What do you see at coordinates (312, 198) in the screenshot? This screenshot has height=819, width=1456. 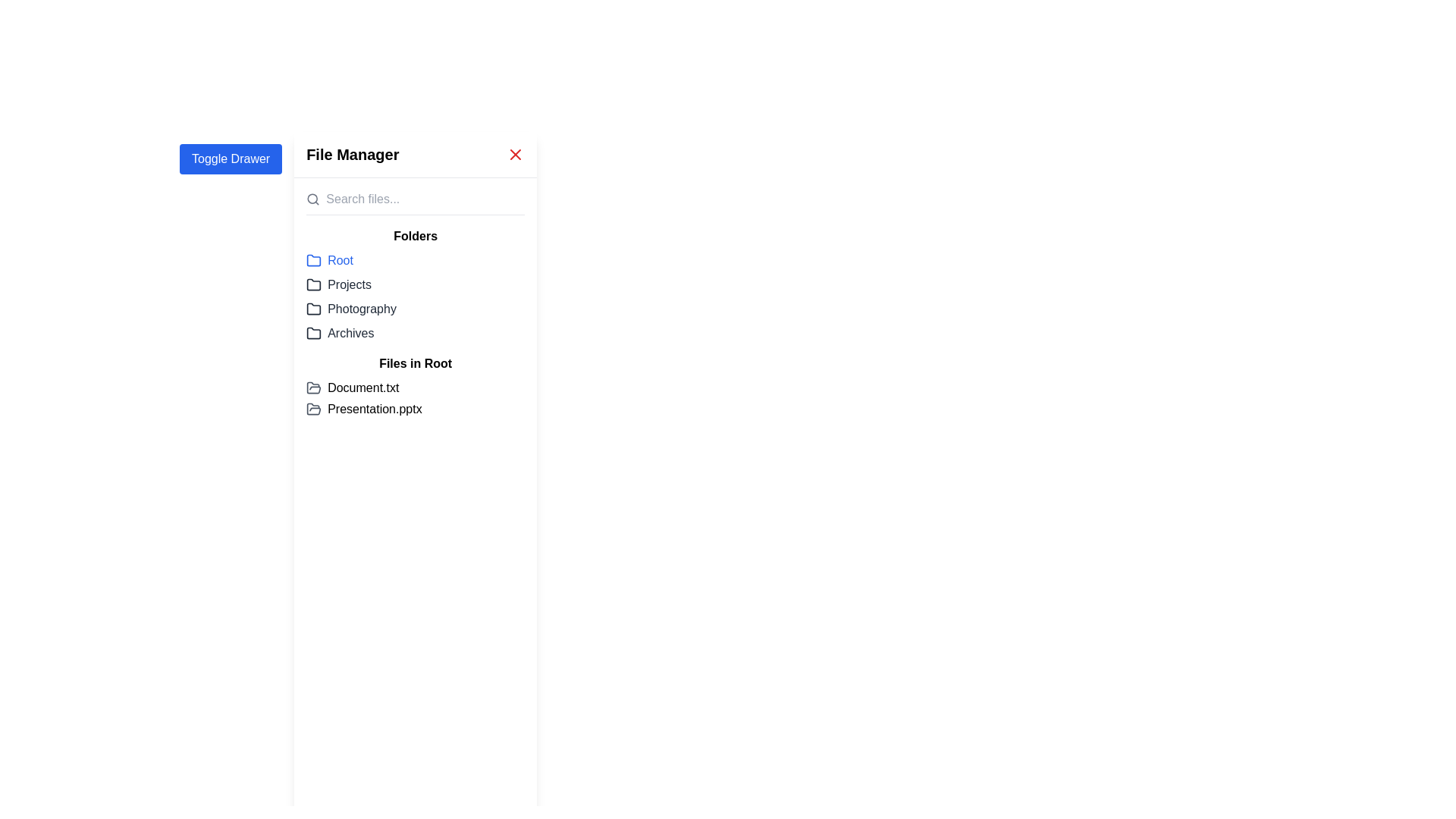 I see `the search icon located to the left of the 'Search files...' input field in the top section of the File Manager pane` at bounding box center [312, 198].